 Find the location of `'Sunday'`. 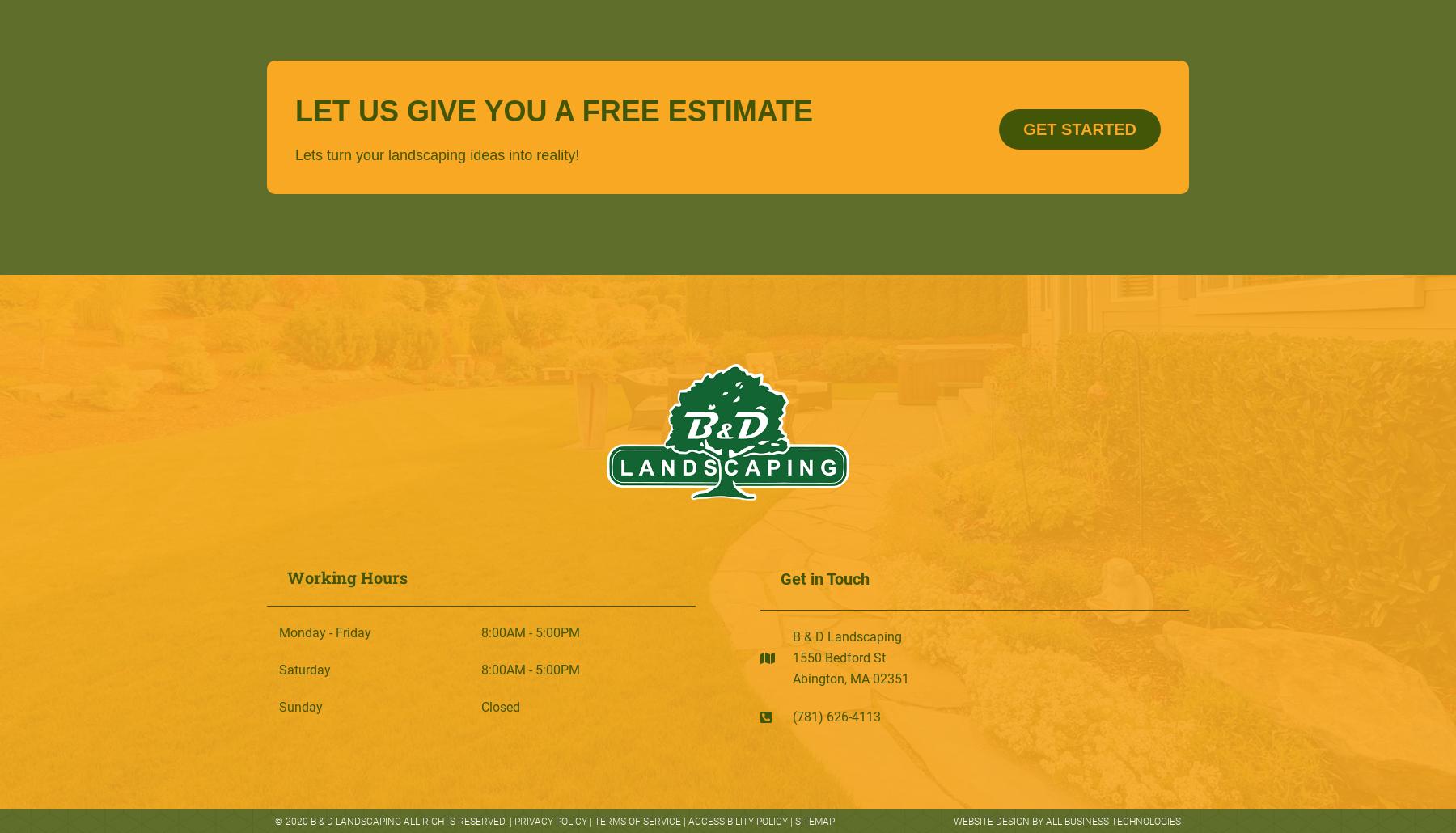

'Sunday' is located at coordinates (279, 707).